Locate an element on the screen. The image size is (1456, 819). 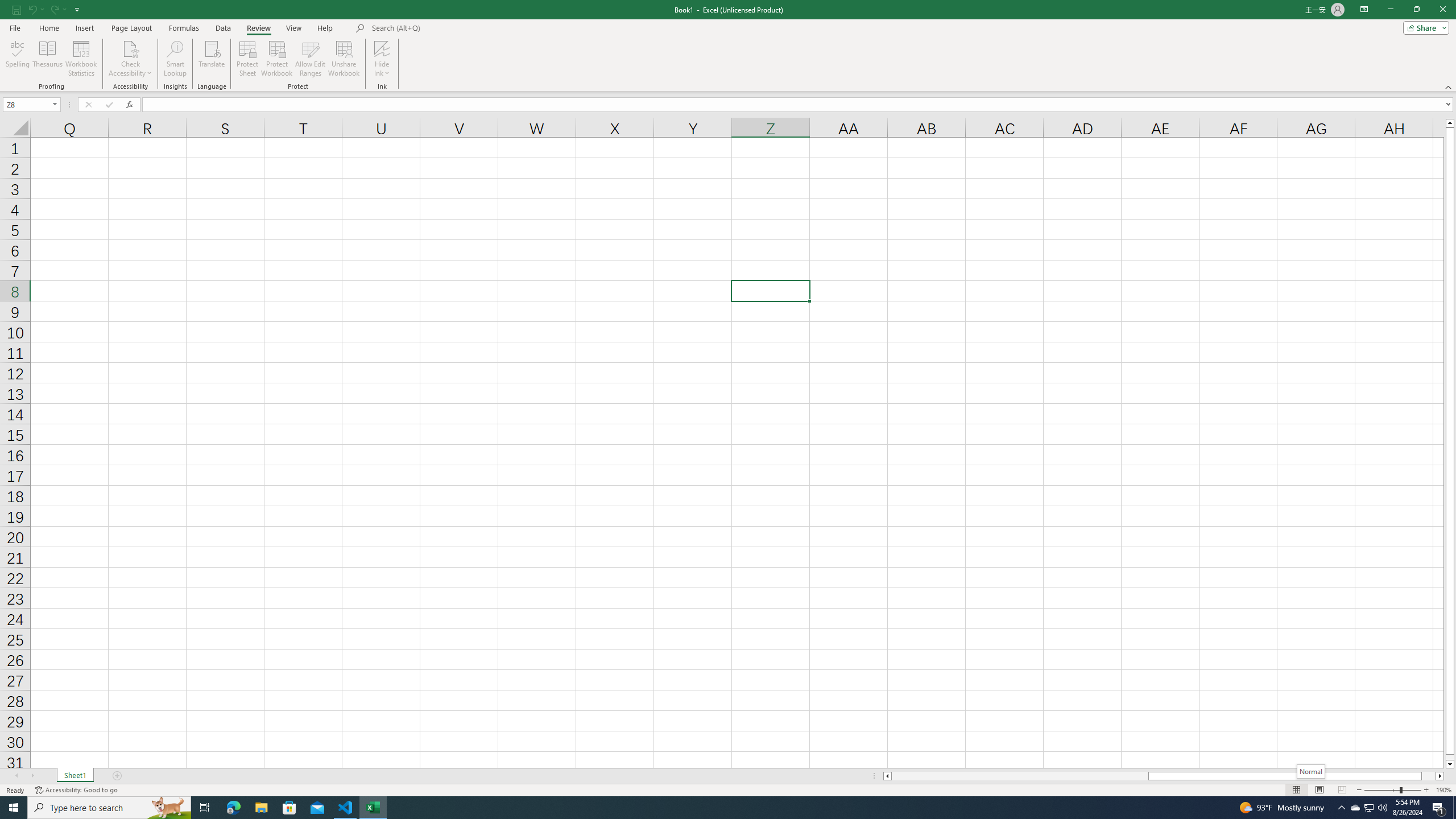
'Workbook Statistics' is located at coordinates (81, 59).